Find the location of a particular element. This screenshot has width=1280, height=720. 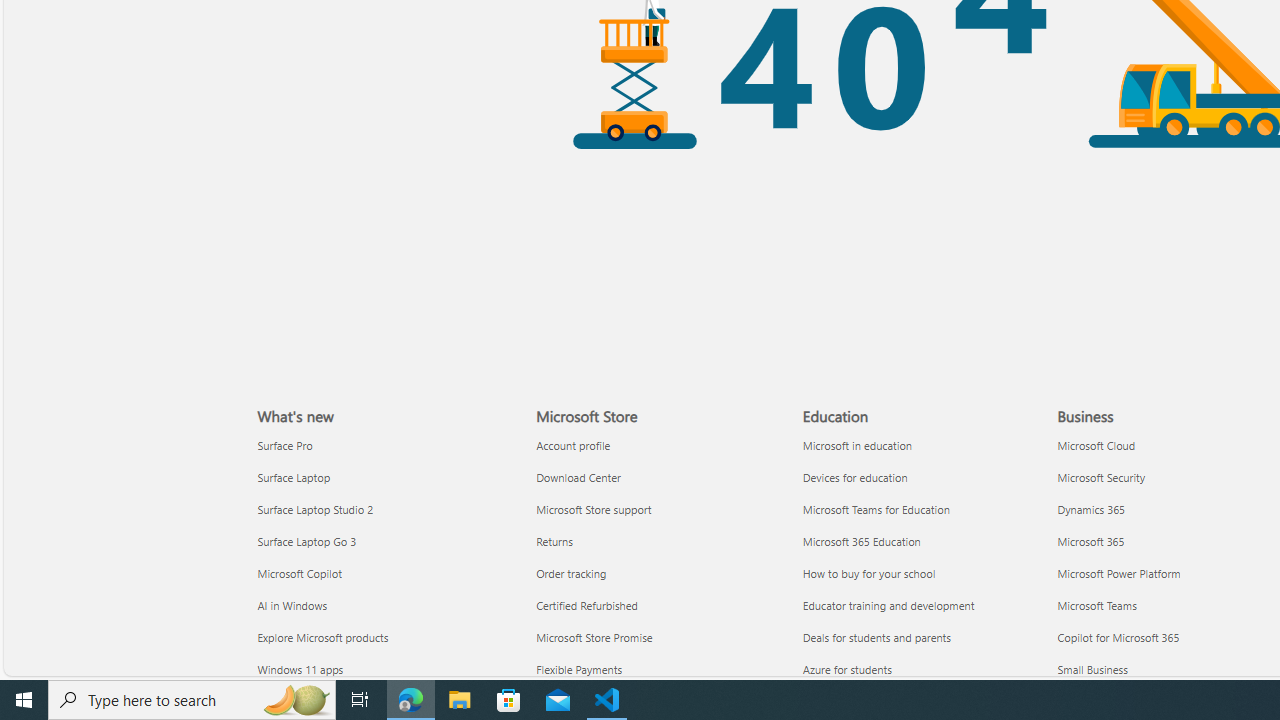

'Download Center Microsoft Store' is located at coordinates (577, 477).